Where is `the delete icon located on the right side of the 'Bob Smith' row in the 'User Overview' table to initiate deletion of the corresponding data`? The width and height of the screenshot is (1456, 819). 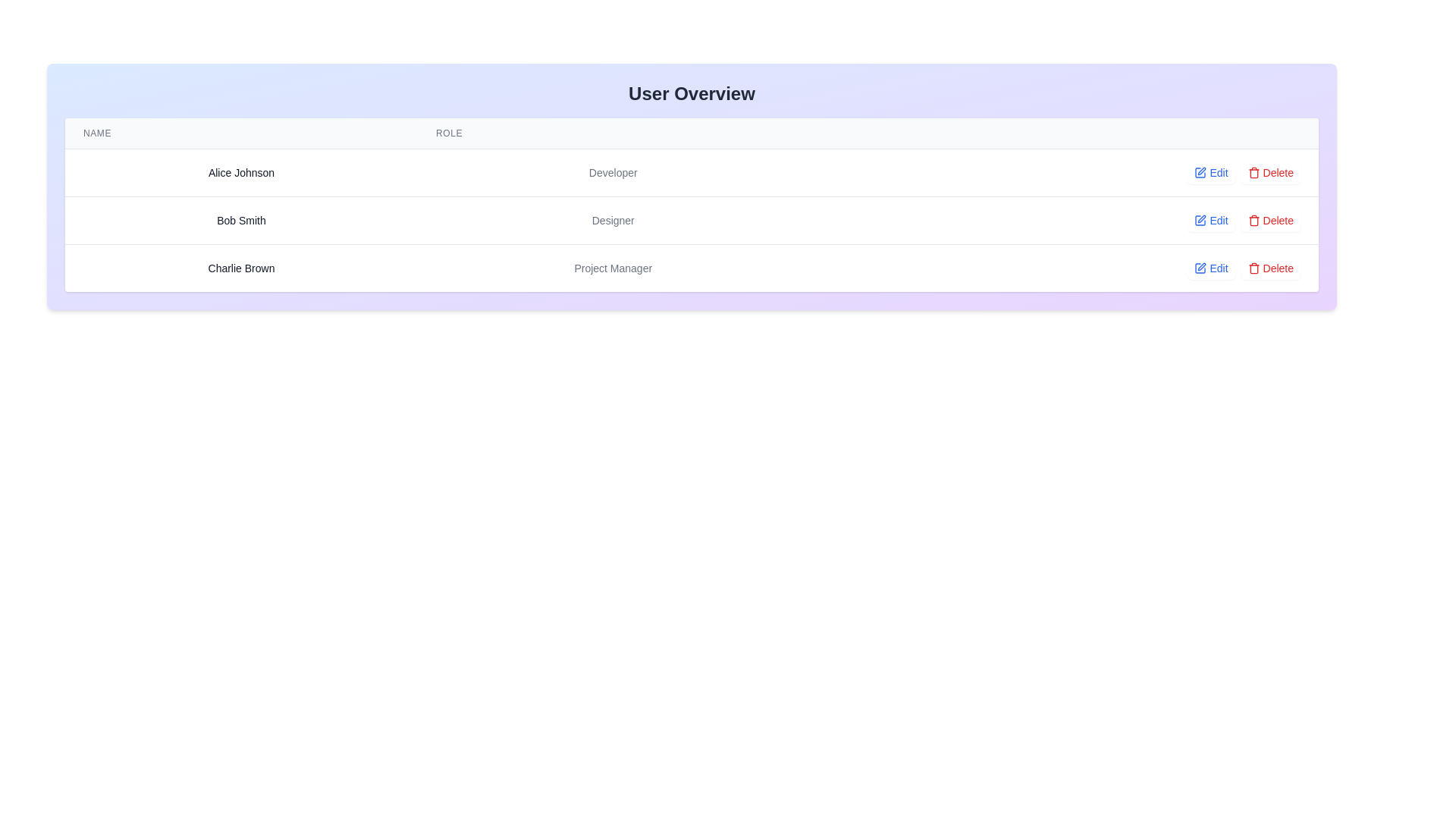 the delete icon located on the right side of the 'Bob Smith' row in the 'User Overview' table to initiate deletion of the corresponding data is located at coordinates (1254, 220).